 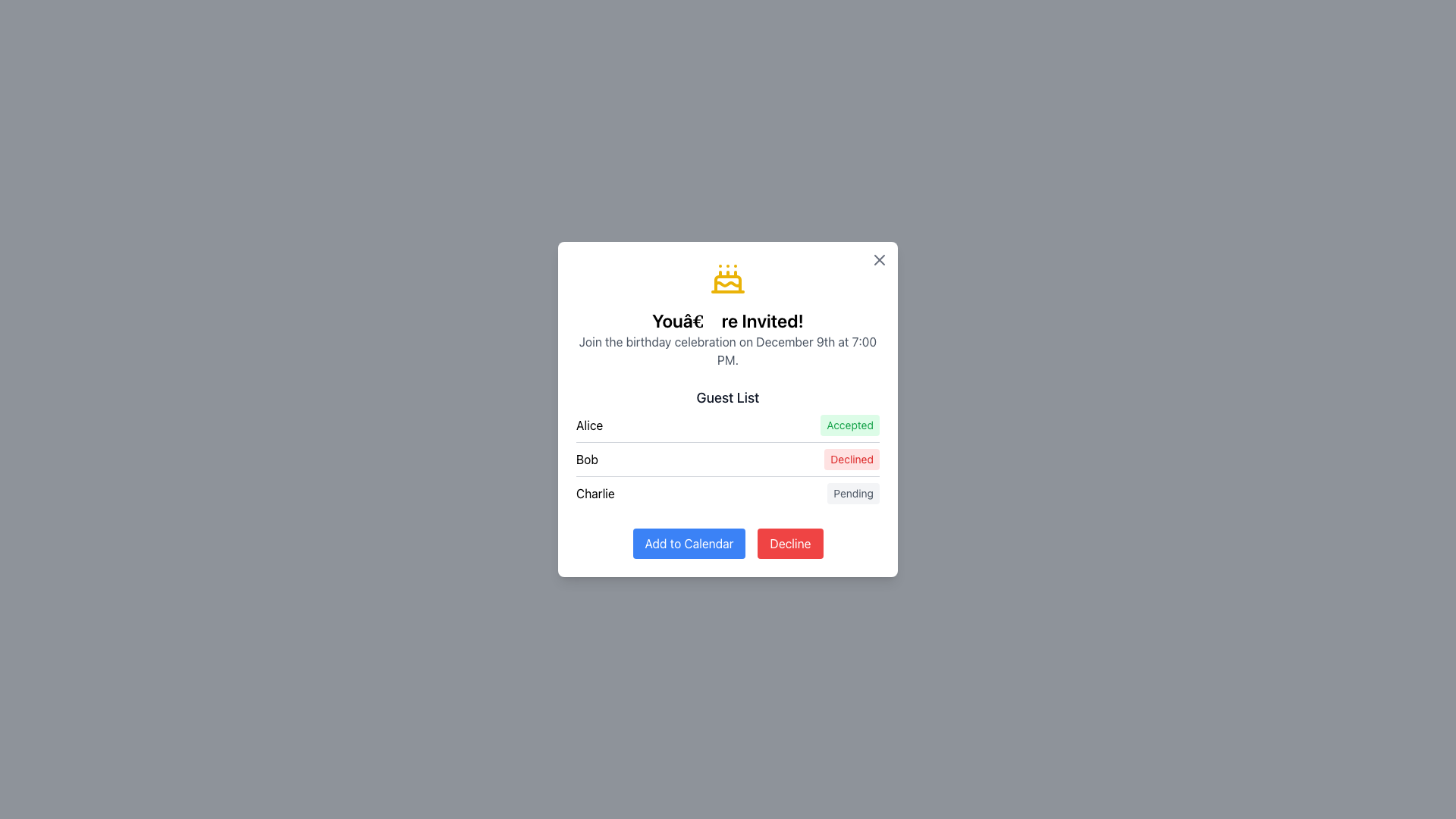 What do you see at coordinates (728, 278) in the screenshot?
I see `the decorative birthday celebration icon located at the top-center of the dialog box, above the title text 'You’re Invited!'` at bounding box center [728, 278].